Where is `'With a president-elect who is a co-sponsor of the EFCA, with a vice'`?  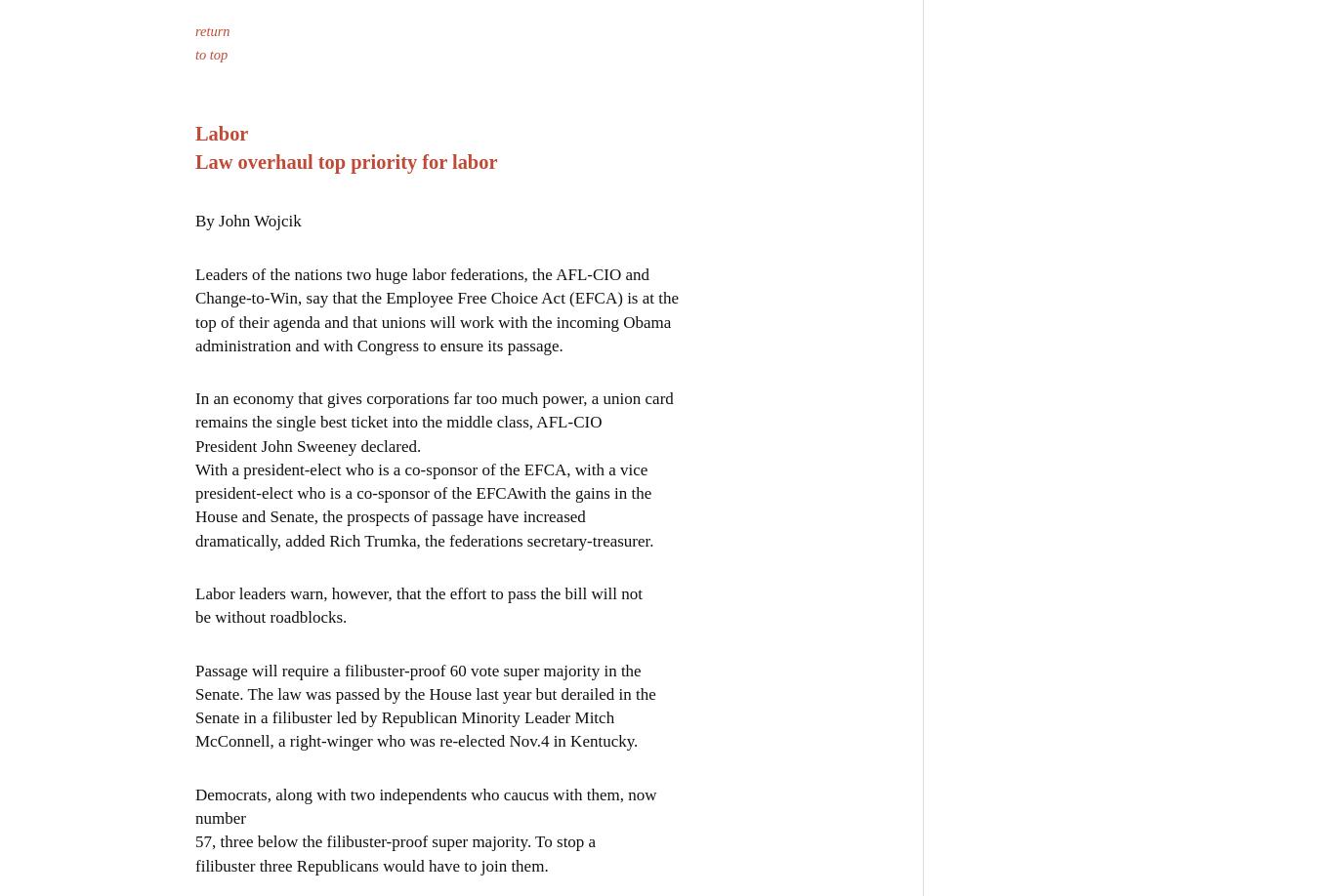 'With a president-elect who is a co-sponsor of the EFCA, with a vice' is located at coordinates (420, 468).